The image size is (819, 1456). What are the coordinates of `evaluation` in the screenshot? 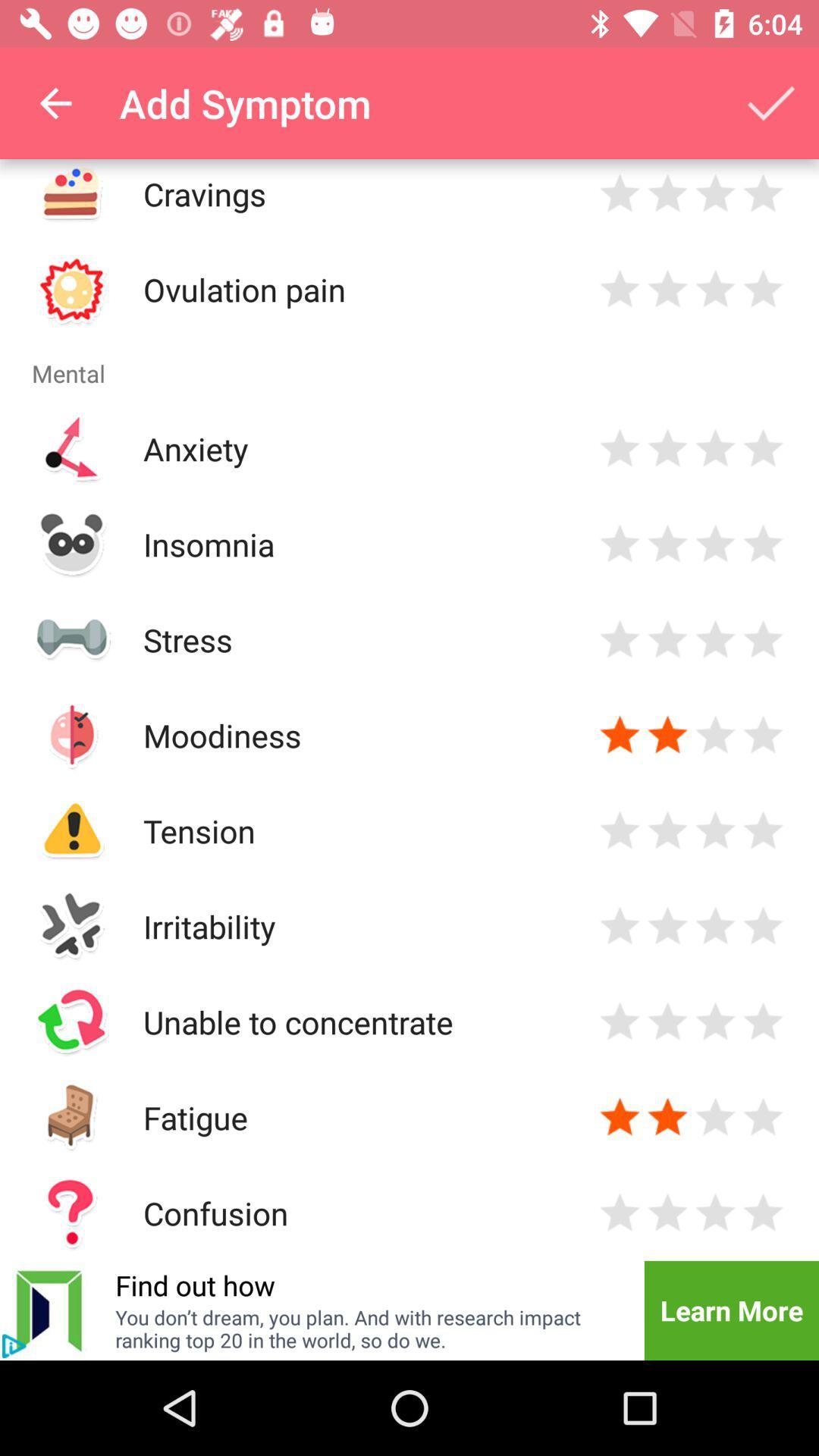 It's located at (763, 1117).